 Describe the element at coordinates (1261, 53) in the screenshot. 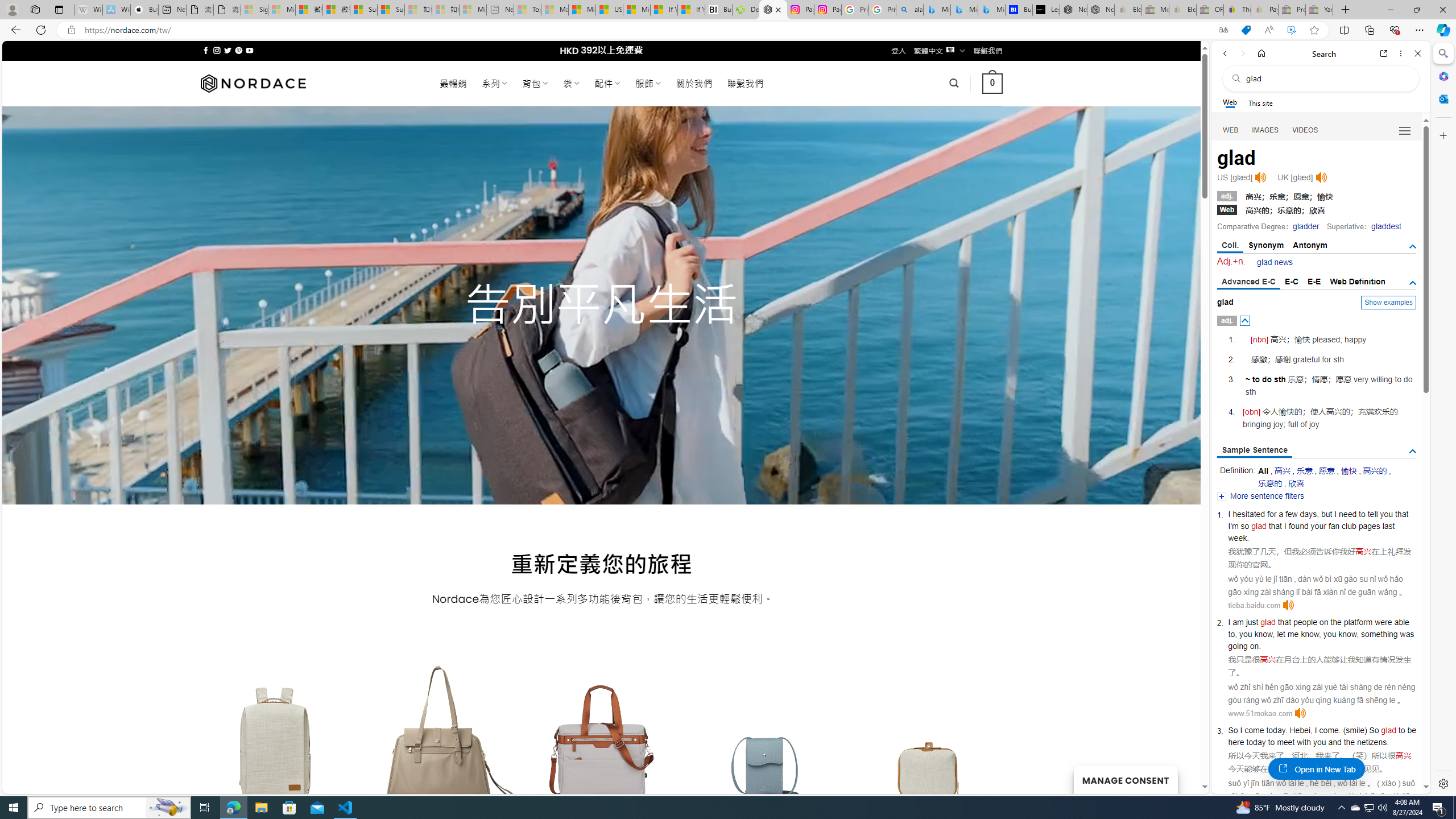

I see `'Home'` at that location.